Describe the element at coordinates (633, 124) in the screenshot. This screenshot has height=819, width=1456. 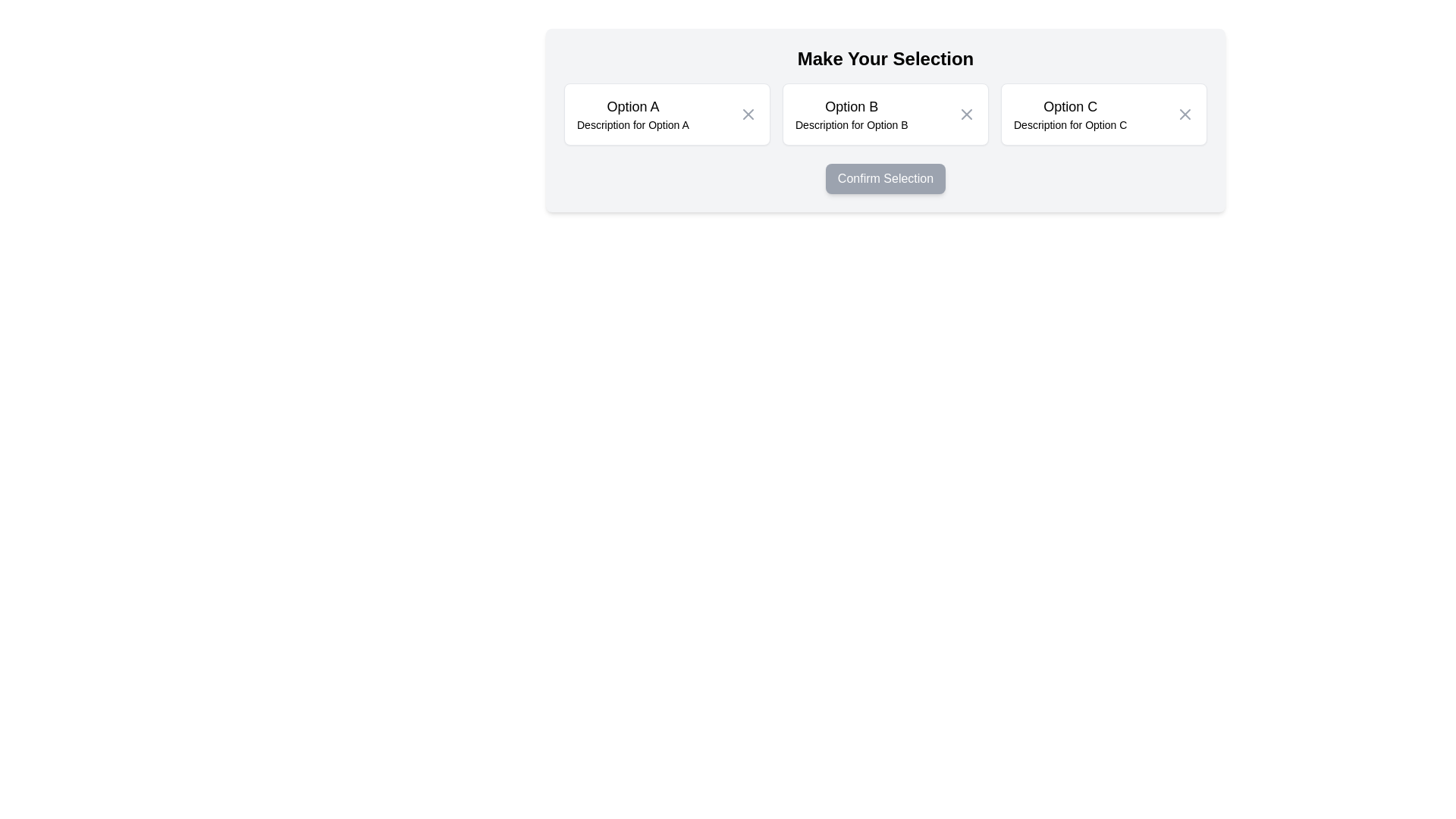
I see `the Text Label that displays additional descriptive information about 'Option A', located immediately below the text 'Option A' in the leftmost selection box` at that location.